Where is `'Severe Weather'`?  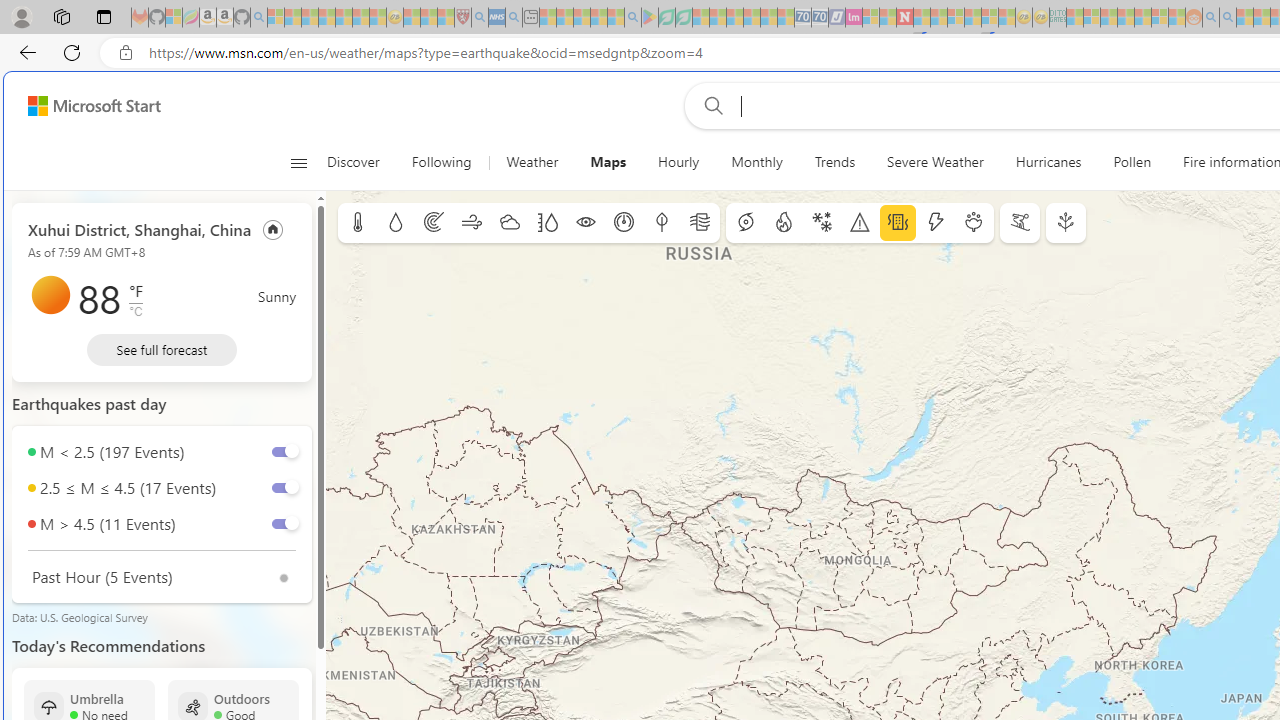 'Severe Weather' is located at coordinates (934, 162).